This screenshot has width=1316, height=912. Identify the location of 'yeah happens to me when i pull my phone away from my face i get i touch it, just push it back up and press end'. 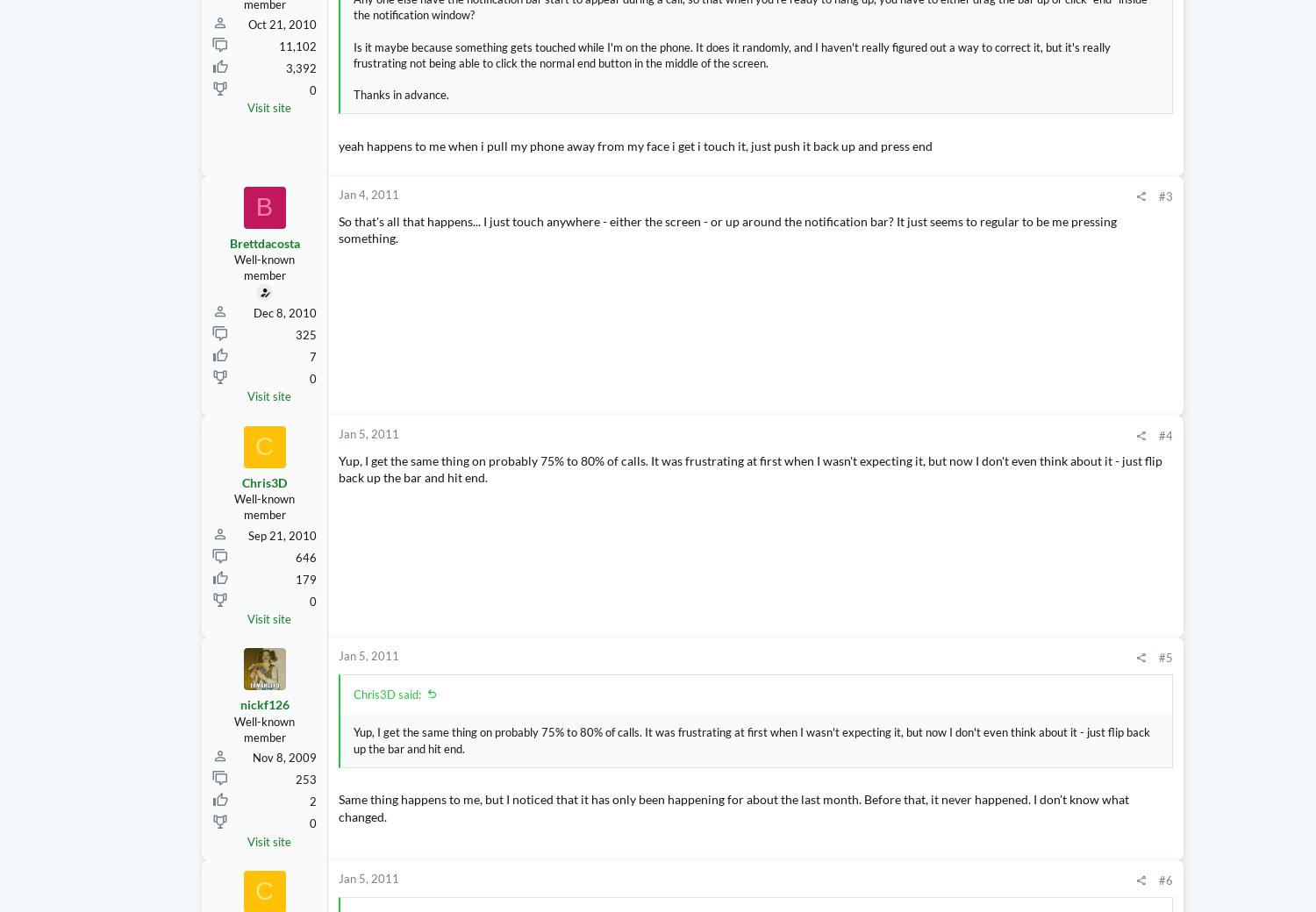
(634, 145).